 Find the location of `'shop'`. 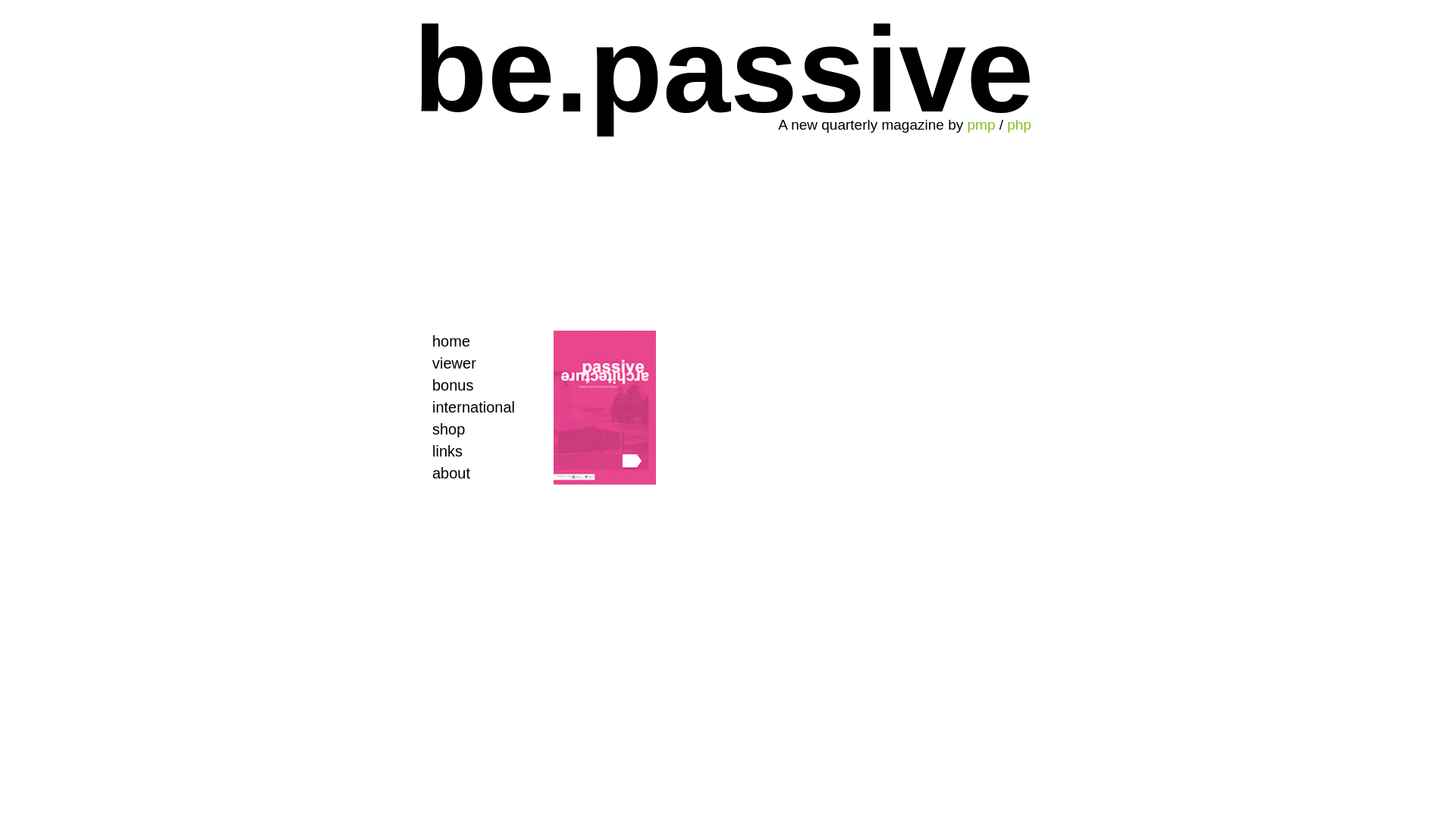

'shop' is located at coordinates (469, 429).